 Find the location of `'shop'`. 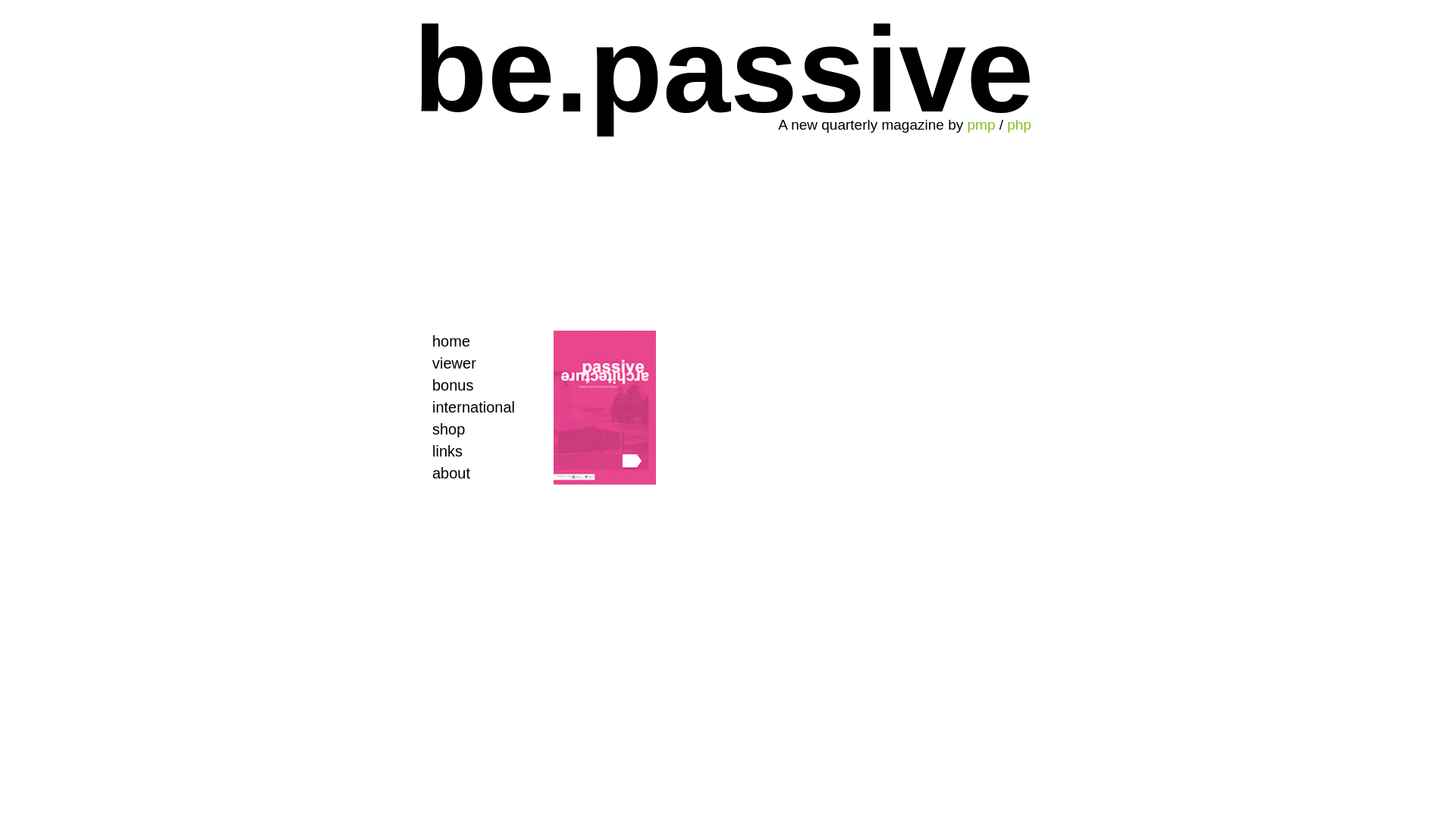

'shop' is located at coordinates (469, 429).